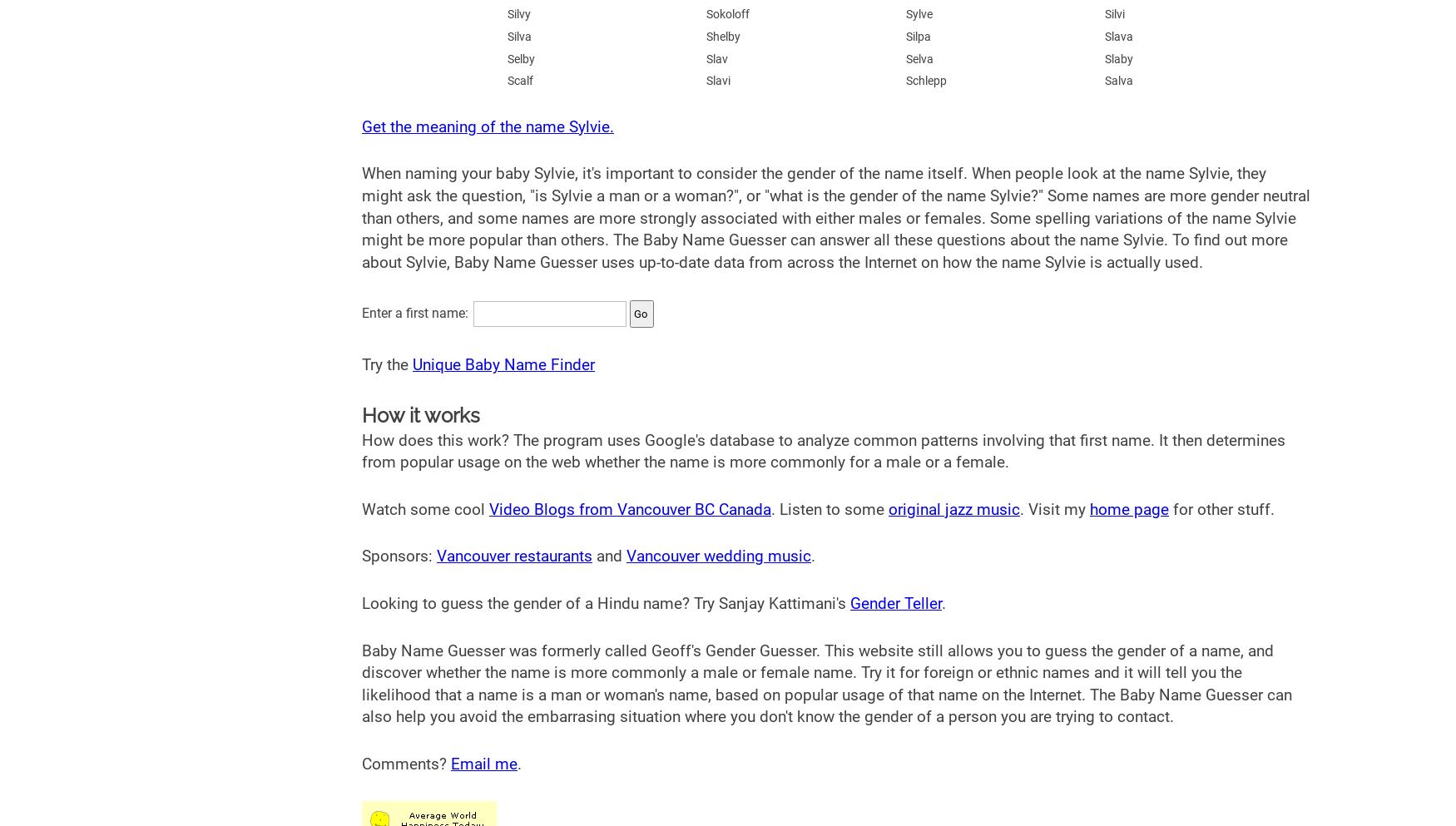 The width and height of the screenshot is (1456, 826). I want to click on 'original jazz music', so click(953, 508).